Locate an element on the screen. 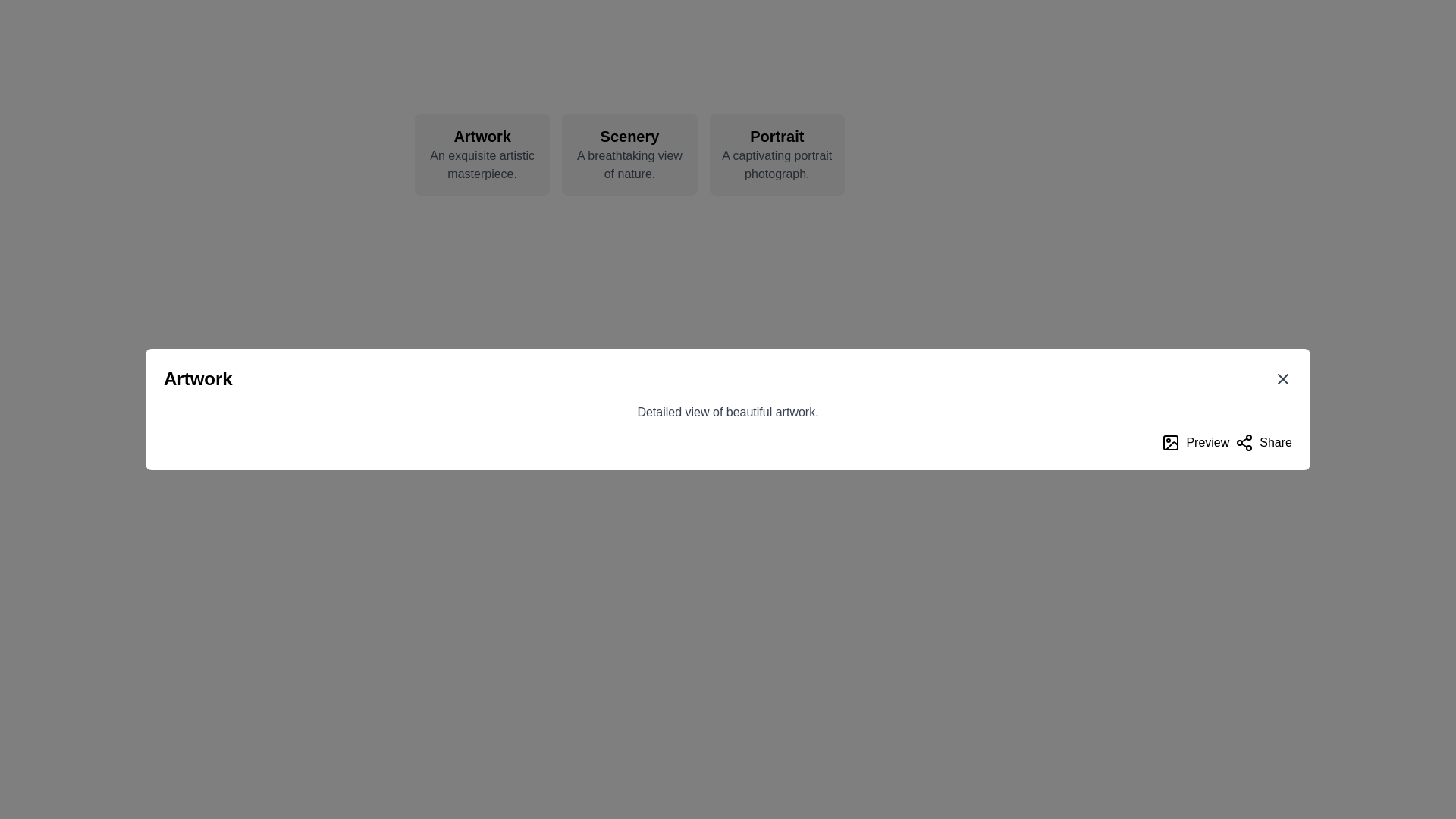 This screenshot has height=819, width=1456. the 'Preview' button, which is a primary button with a black bold text label and an image icon on its left, located to the left of the 'Share' button is located at coordinates (1194, 442).